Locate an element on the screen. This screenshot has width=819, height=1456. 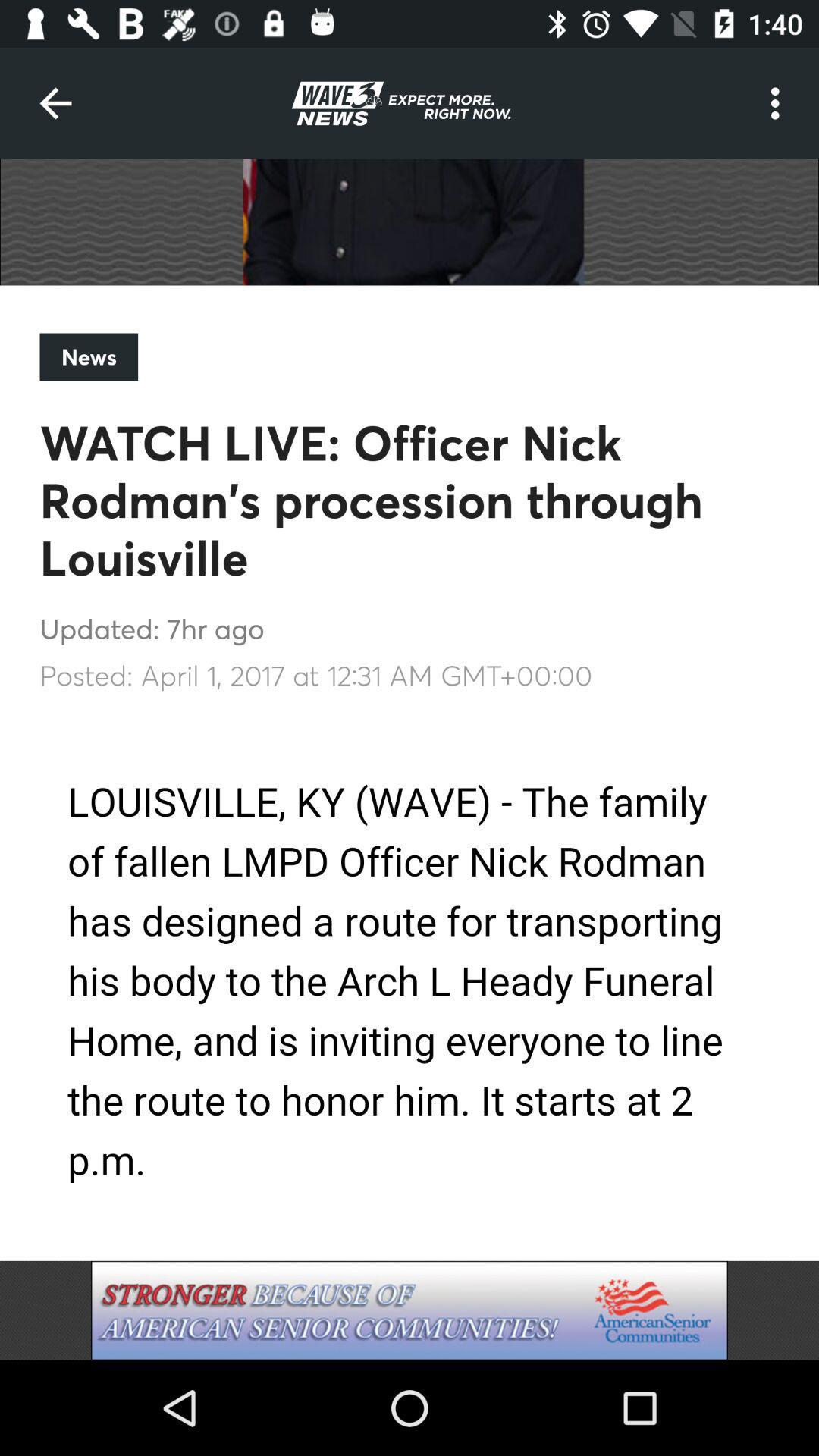
option is located at coordinates (409, 1310).